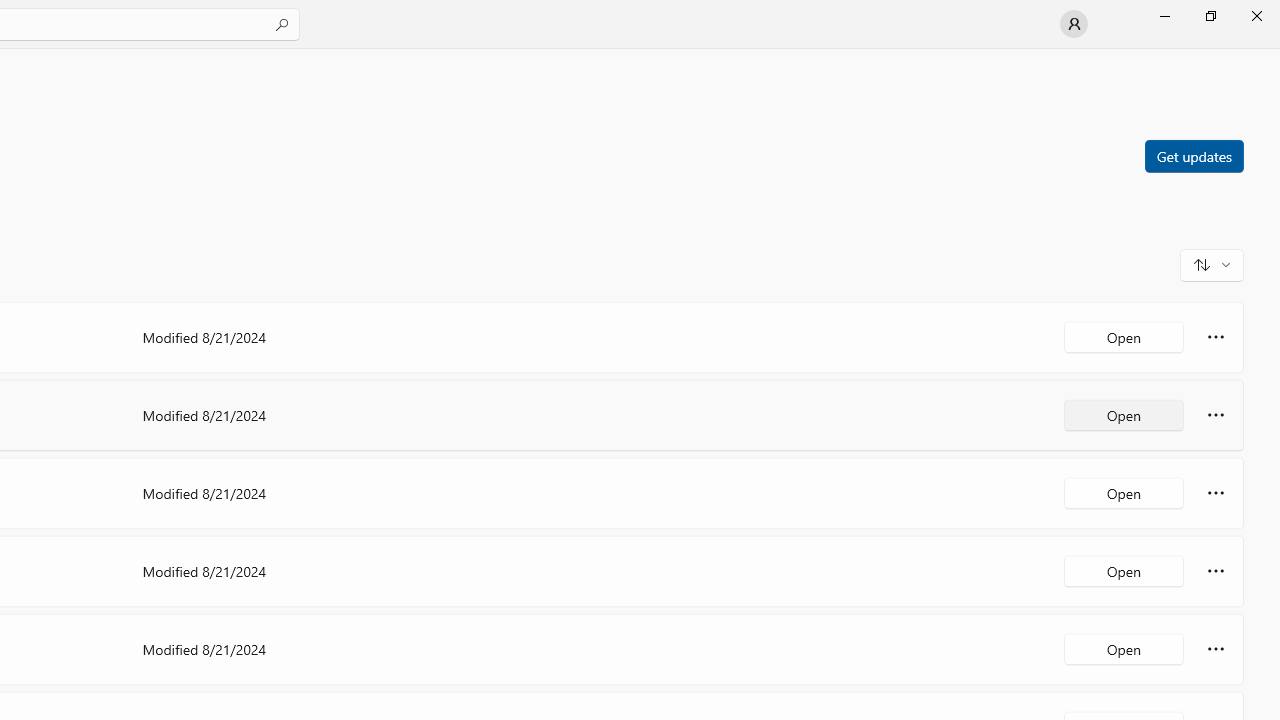 Image resolution: width=1280 pixels, height=720 pixels. I want to click on 'Get updates', so click(1193, 154).